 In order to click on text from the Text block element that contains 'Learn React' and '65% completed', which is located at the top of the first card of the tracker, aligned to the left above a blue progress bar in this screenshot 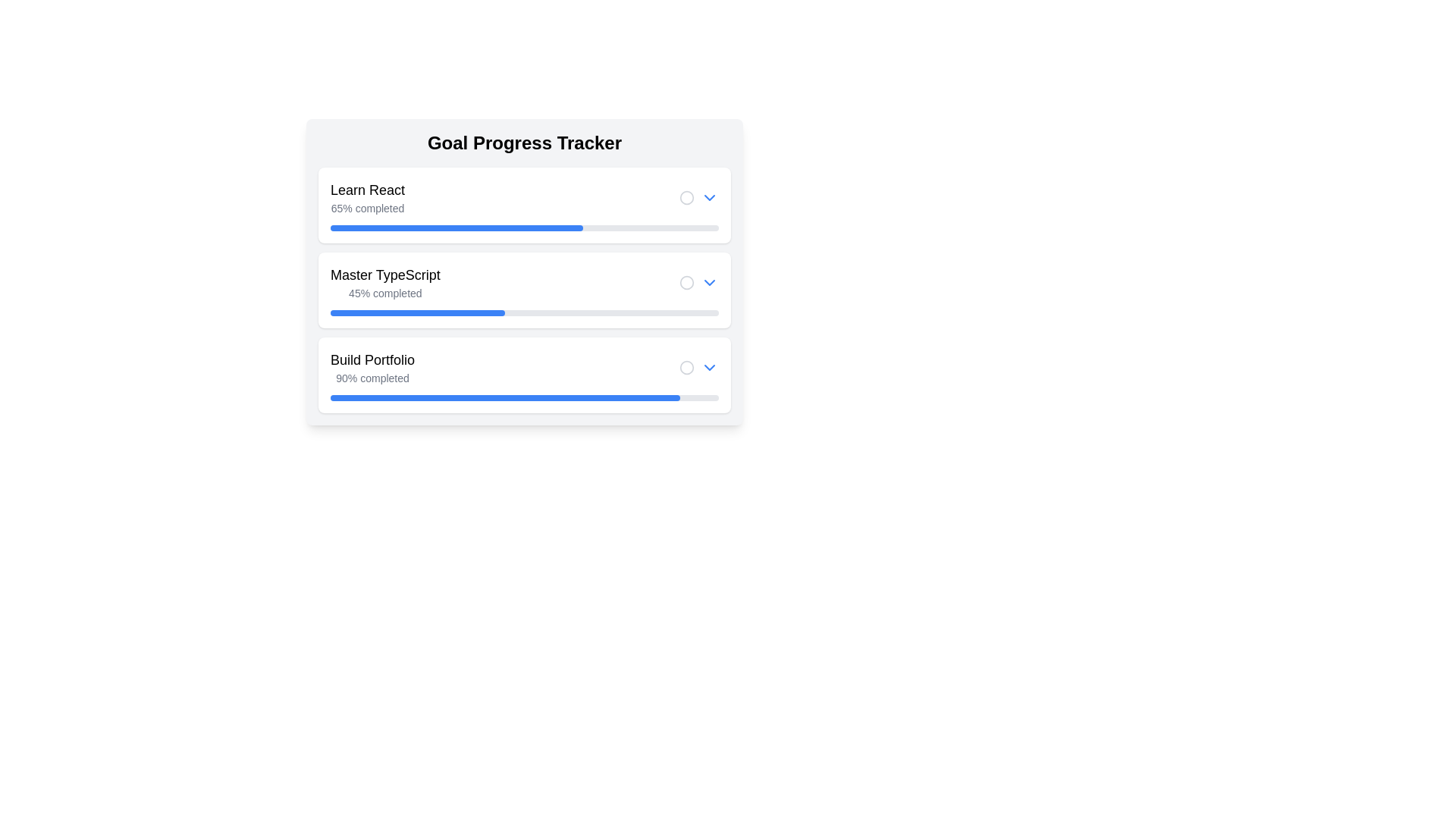, I will do `click(367, 197)`.